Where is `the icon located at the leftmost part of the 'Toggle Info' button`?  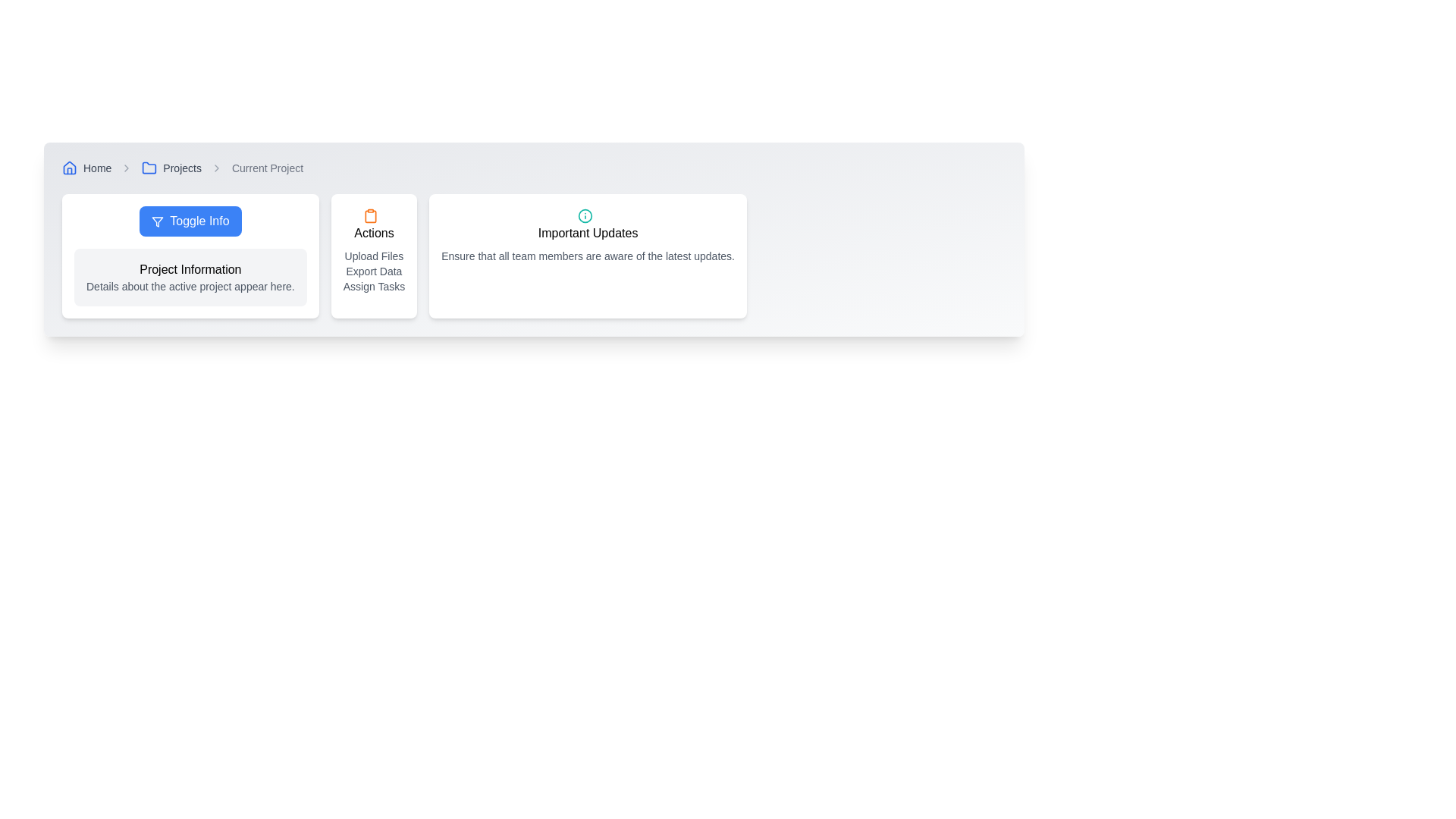
the icon located at the leftmost part of the 'Toggle Info' button is located at coordinates (158, 221).